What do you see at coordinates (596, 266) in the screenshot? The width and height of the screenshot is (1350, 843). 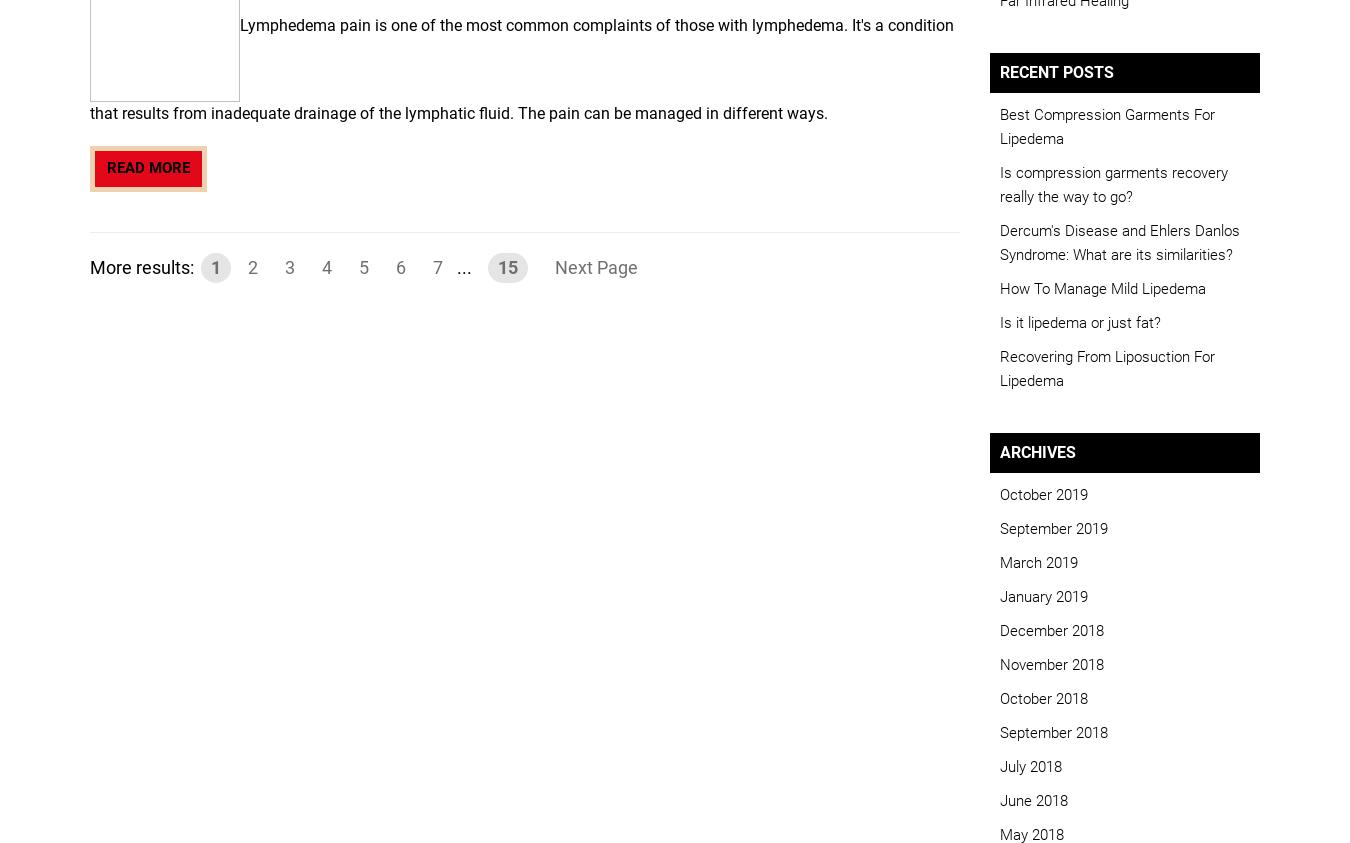 I see `'Next Page'` at bounding box center [596, 266].